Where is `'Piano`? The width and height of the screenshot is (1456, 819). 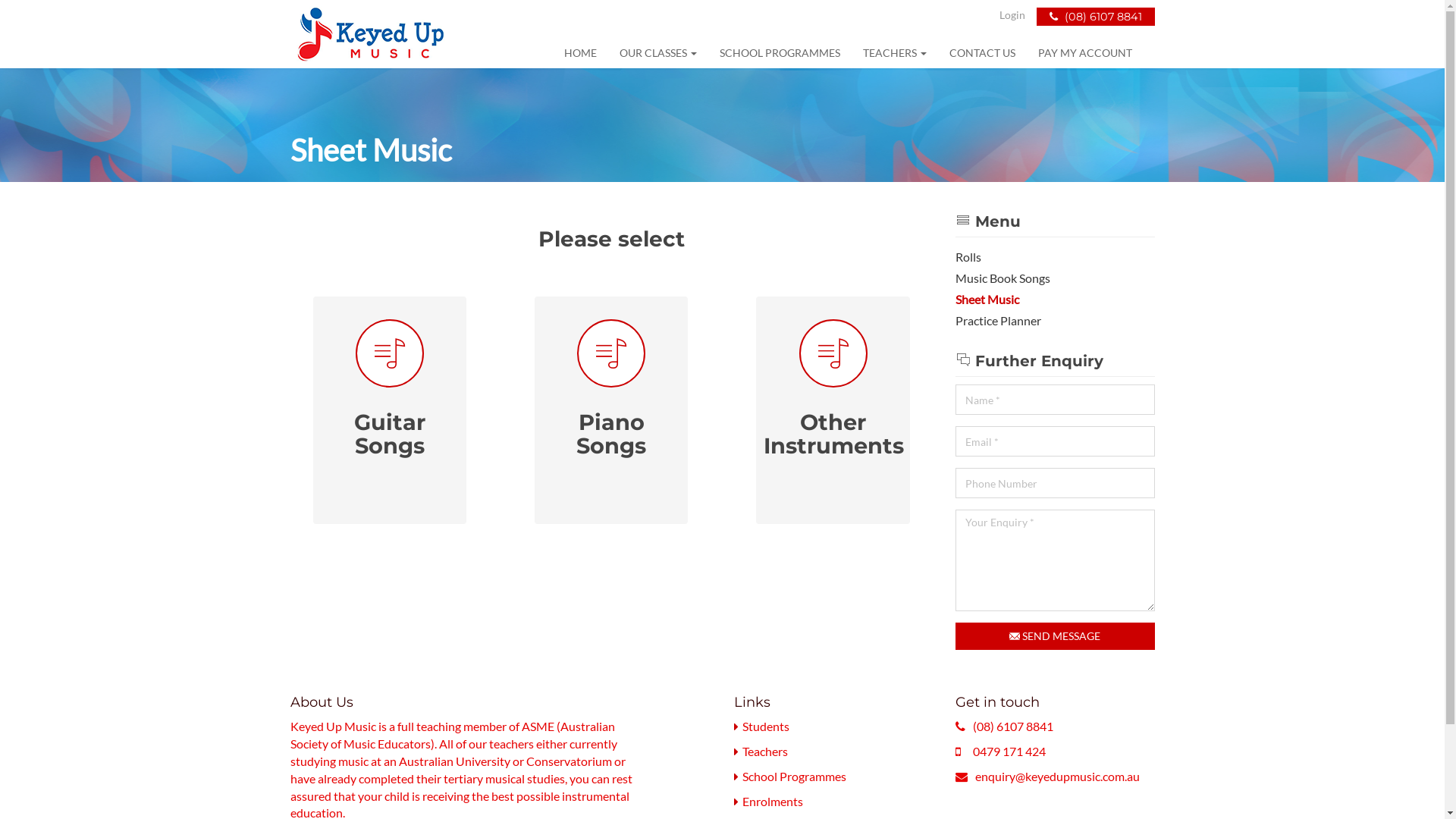
'Piano is located at coordinates (611, 388).